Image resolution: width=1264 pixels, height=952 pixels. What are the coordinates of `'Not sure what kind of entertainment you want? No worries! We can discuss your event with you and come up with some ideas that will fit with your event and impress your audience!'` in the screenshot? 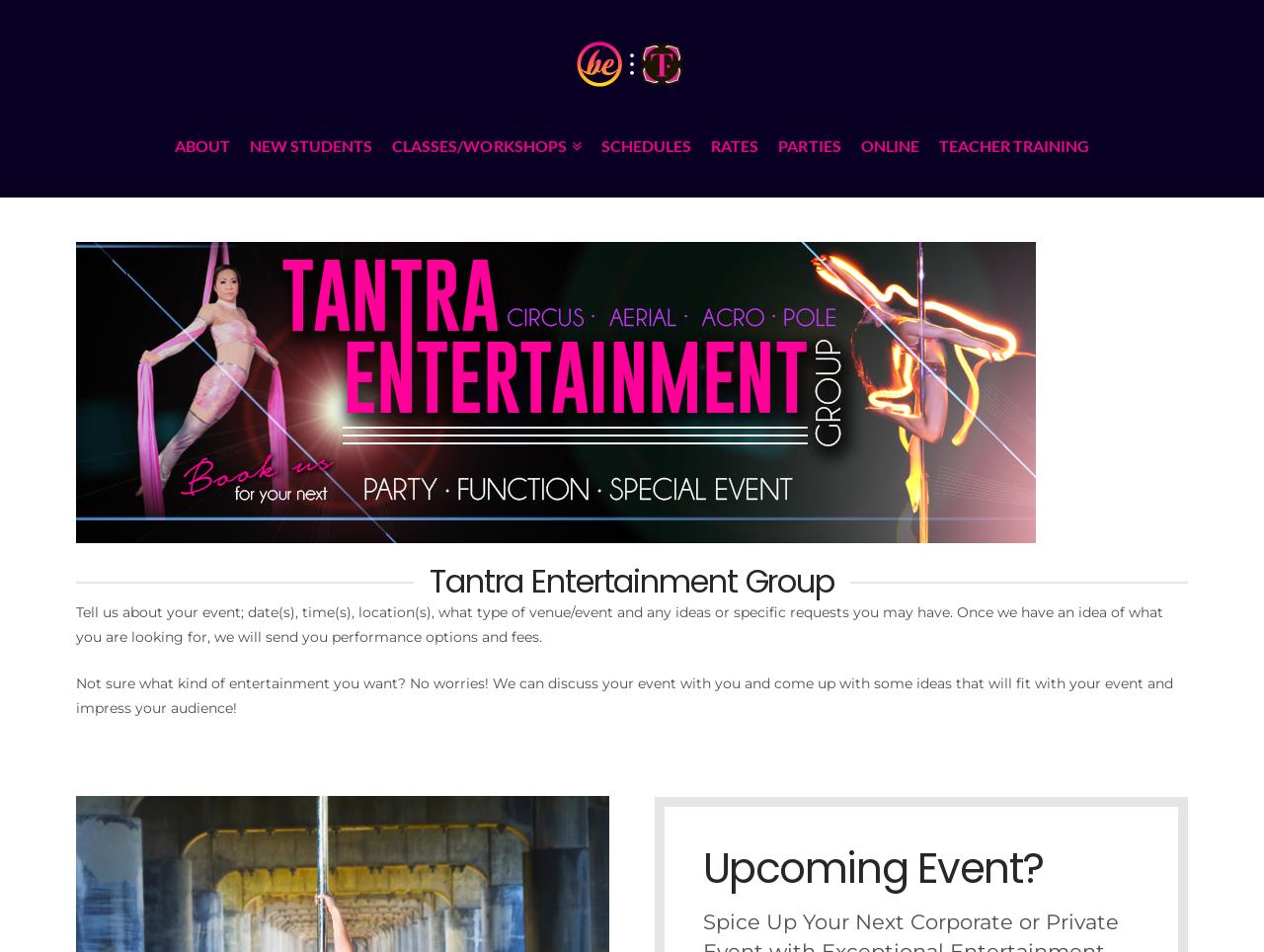 It's located at (75, 694).